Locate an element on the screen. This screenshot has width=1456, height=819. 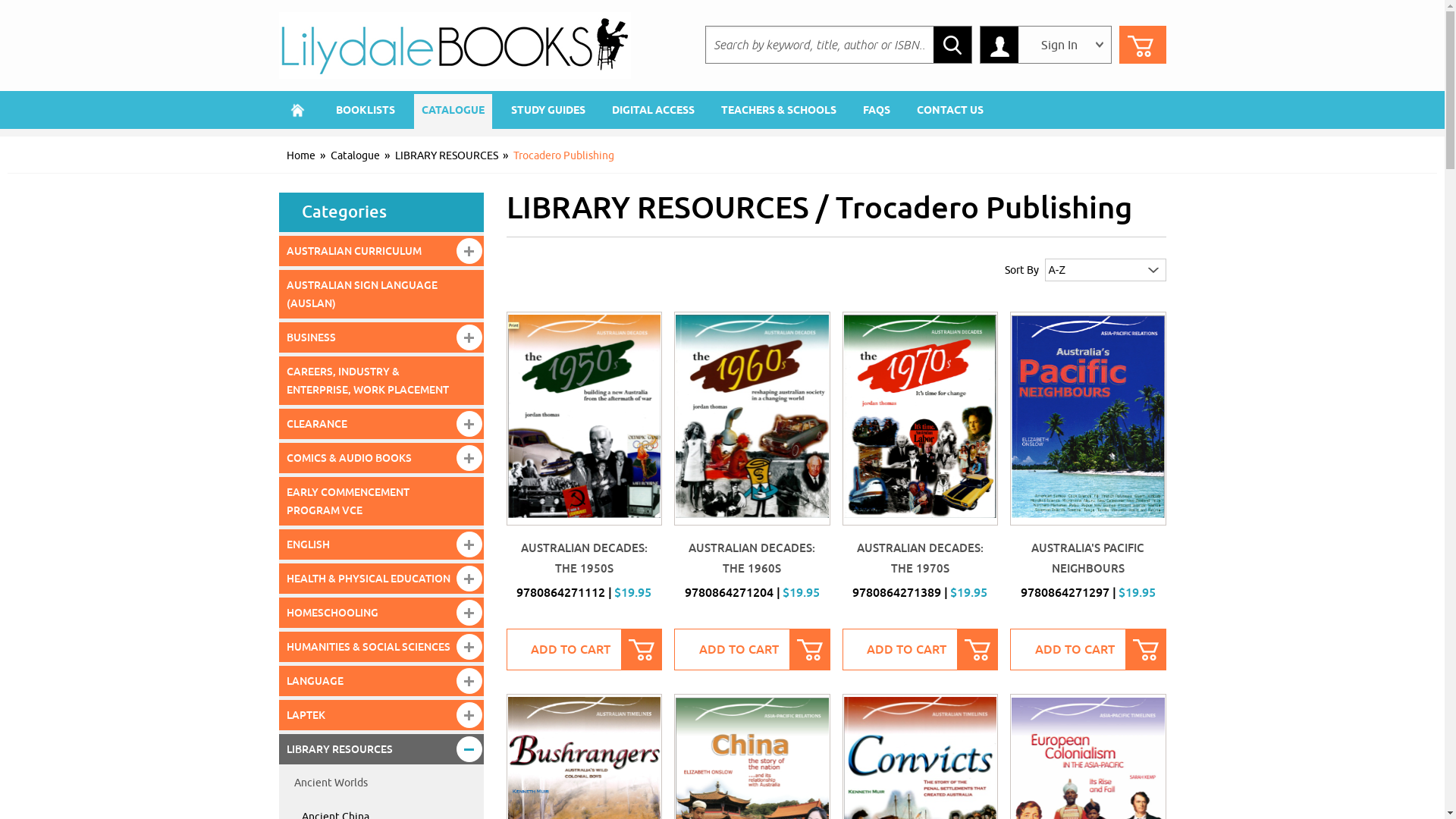
'CONTACT US' is located at coordinates (908, 109).